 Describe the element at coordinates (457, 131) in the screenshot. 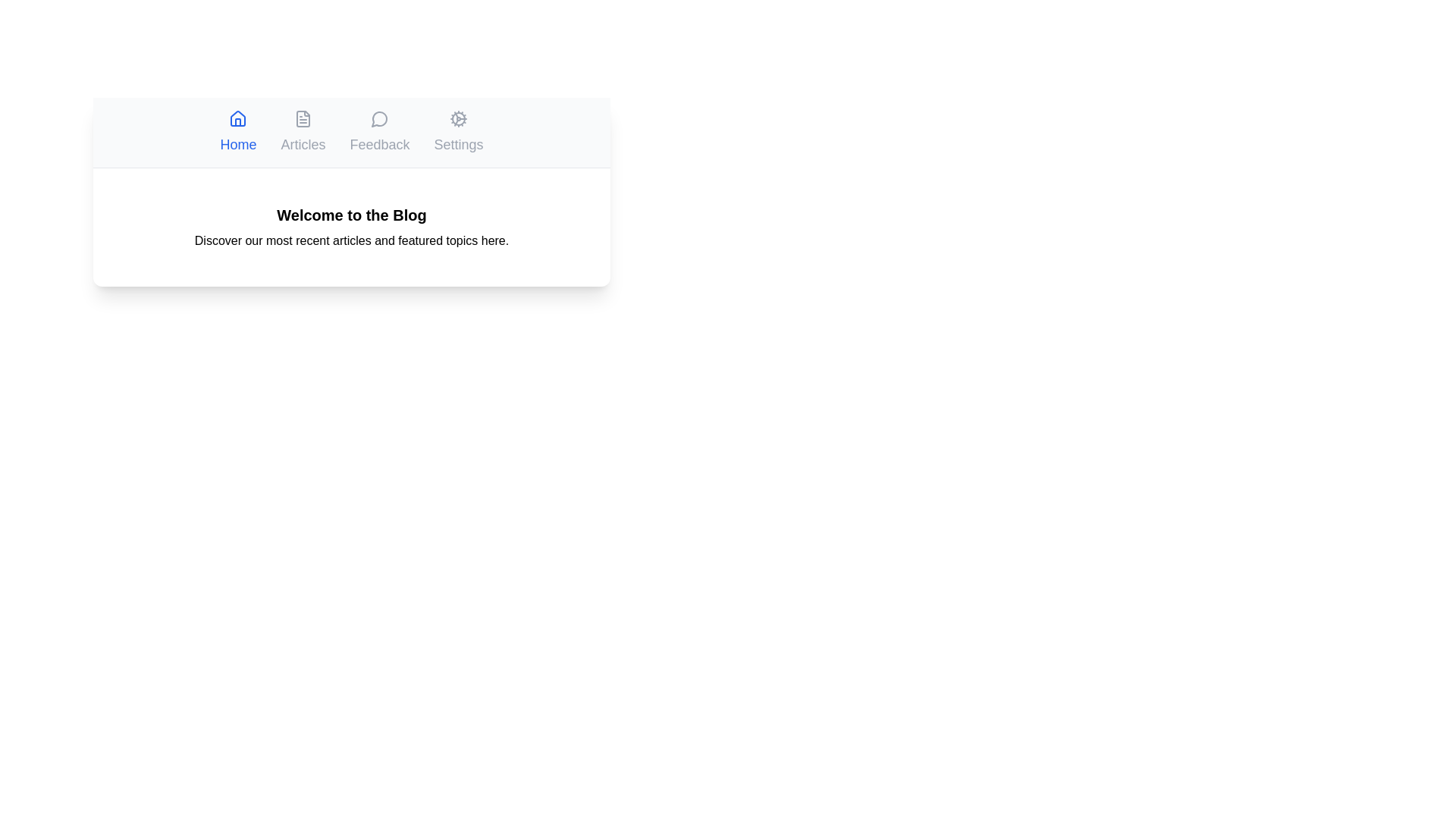

I see `the tab labeled Settings to observe its hover effect` at that location.